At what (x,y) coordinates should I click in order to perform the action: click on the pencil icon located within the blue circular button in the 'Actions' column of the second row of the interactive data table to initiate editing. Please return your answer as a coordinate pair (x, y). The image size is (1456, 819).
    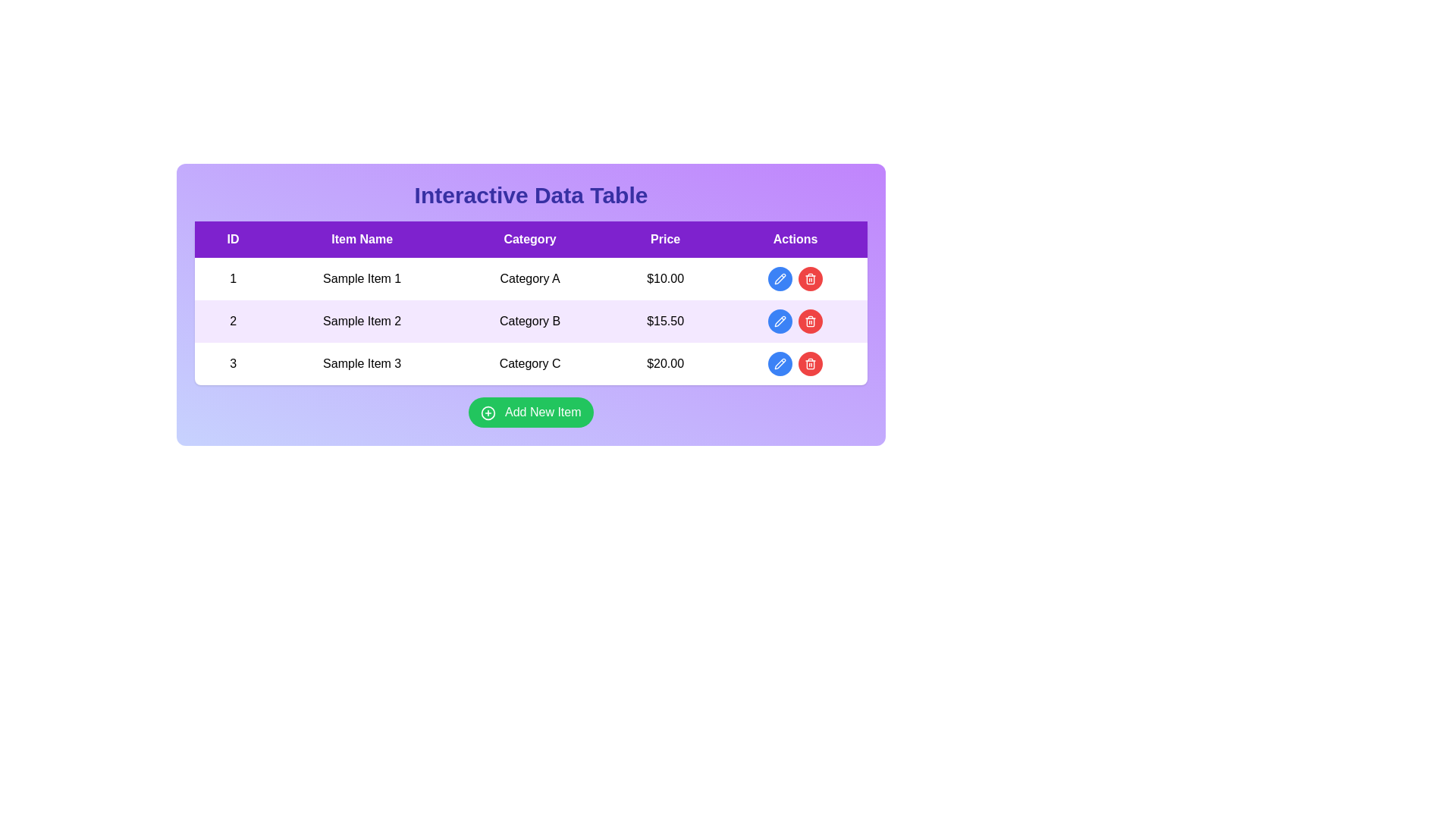
    Looking at the image, I should click on (780, 278).